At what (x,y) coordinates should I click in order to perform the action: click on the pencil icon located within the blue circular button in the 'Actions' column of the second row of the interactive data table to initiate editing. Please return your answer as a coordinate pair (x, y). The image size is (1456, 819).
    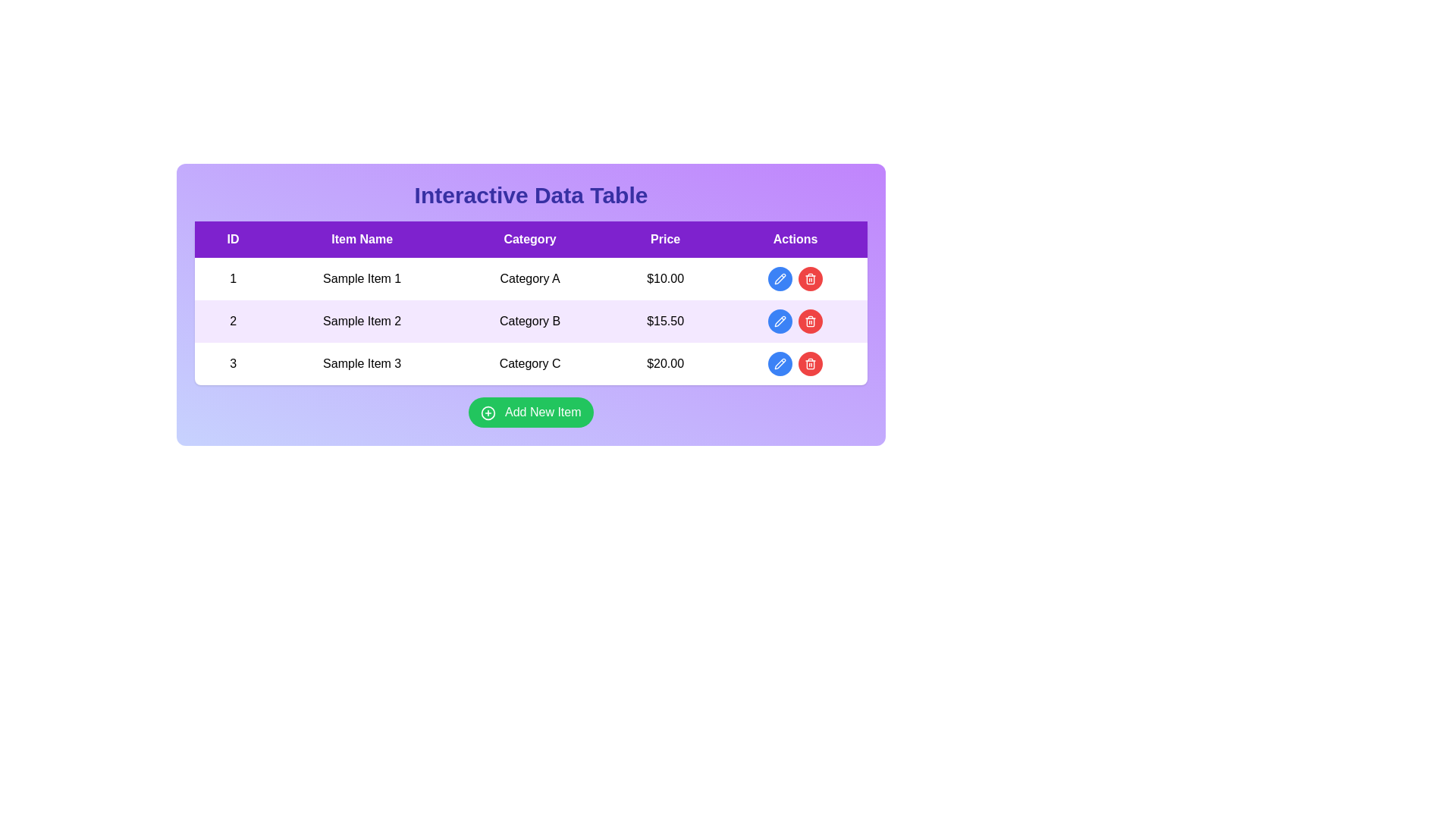
    Looking at the image, I should click on (780, 278).